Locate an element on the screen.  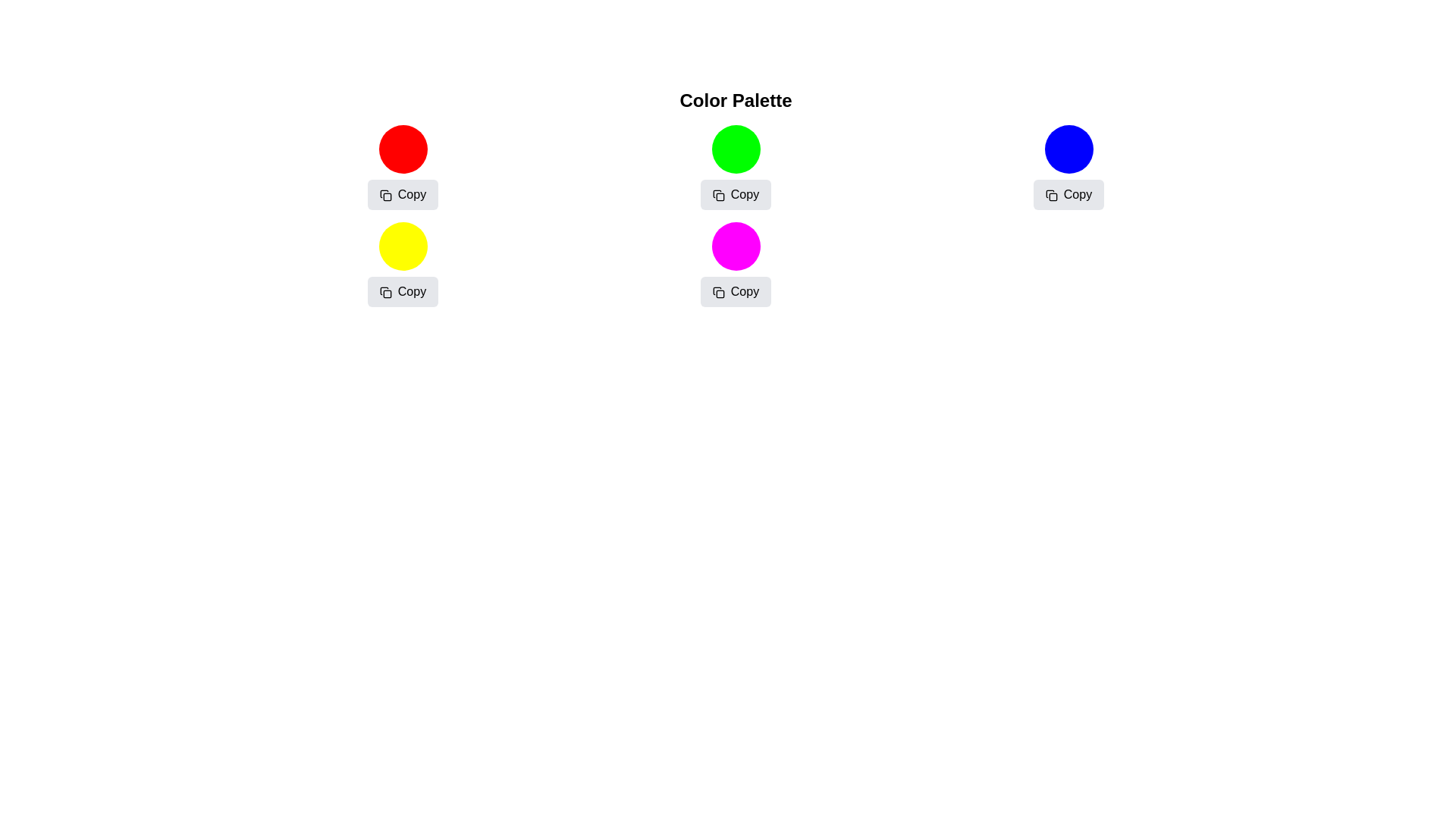
the 'Copy' icon, which resembles two overlapping squares is located at coordinates (385, 292).